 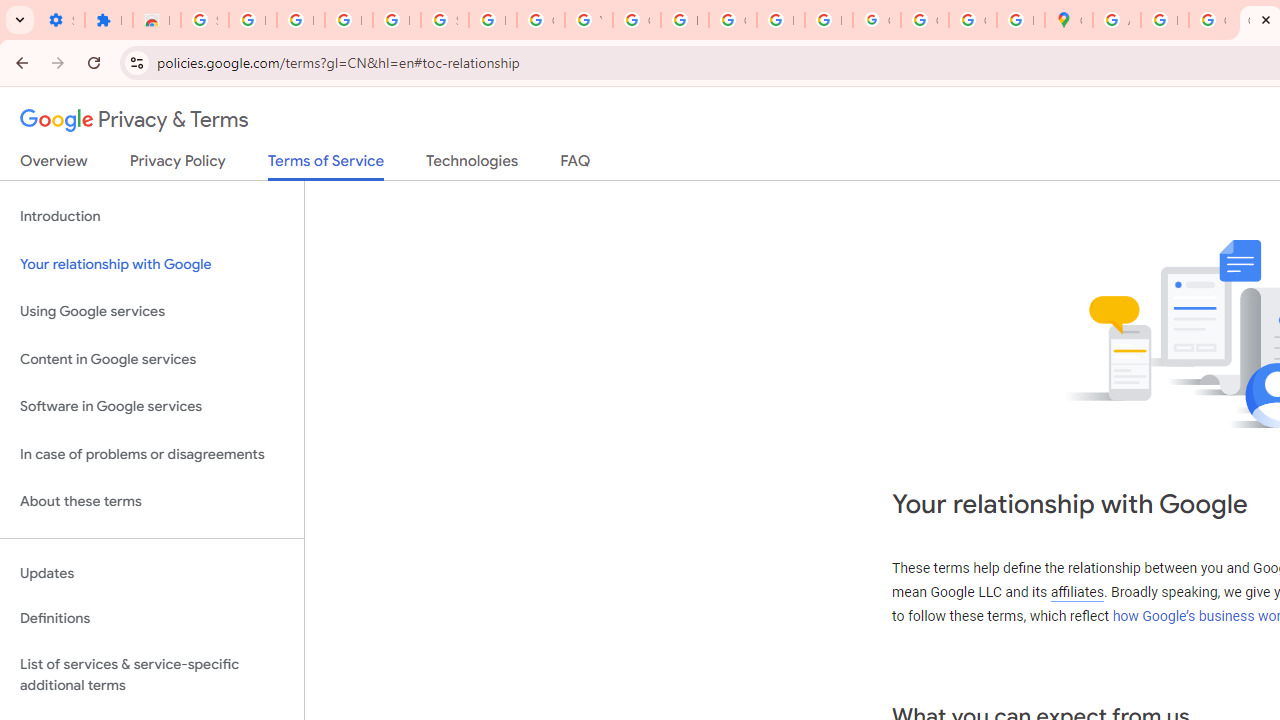 What do you see at coordinates (1067, 20) in the screenshot?
I see `'Google Maps'` at bounding box center [1067, 20].